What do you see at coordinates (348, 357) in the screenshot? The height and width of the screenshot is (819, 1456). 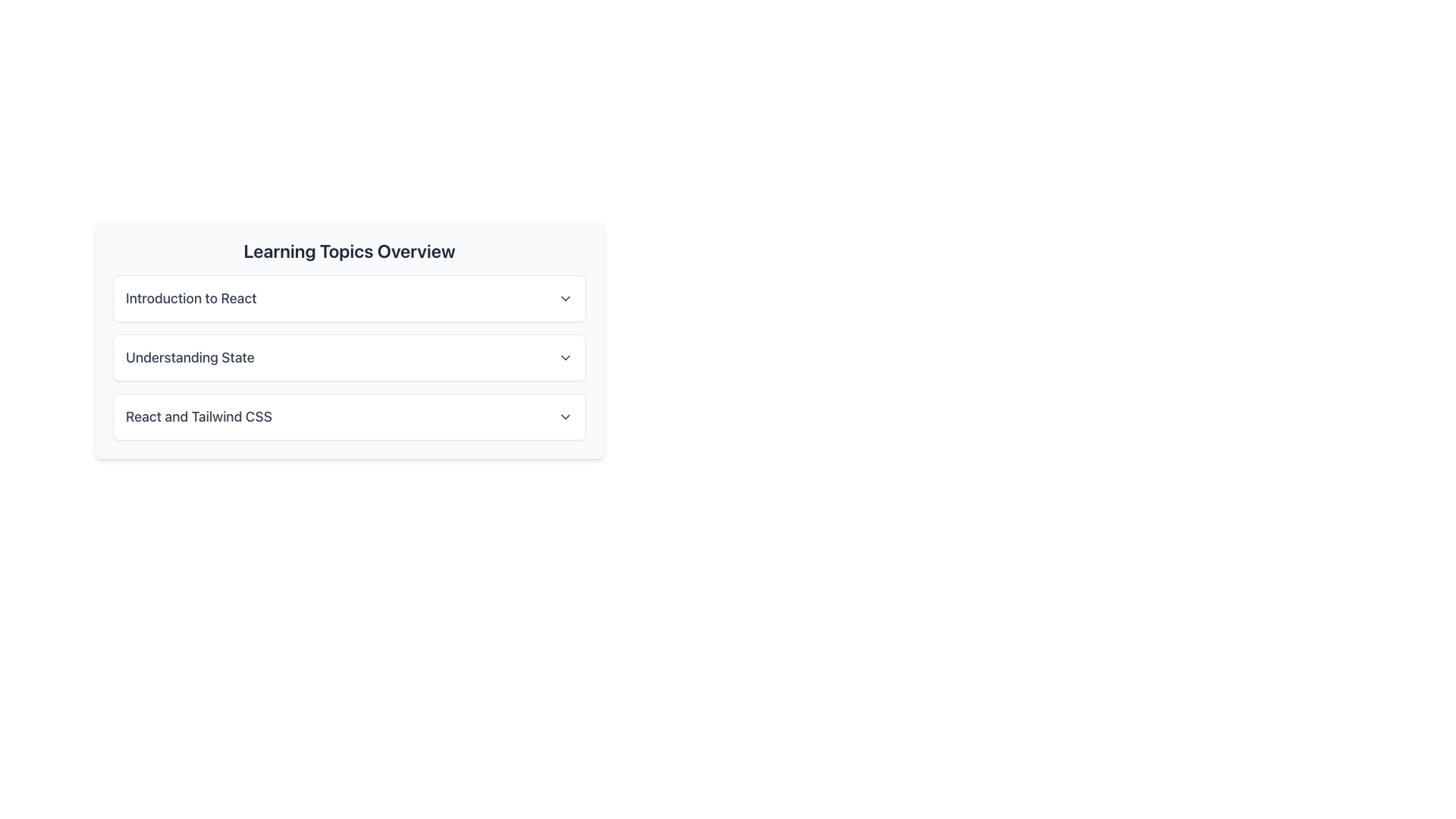 I see `the collapsible item labeled 'Understanding State' in the accordion interface` at bounding box center [348, 357].